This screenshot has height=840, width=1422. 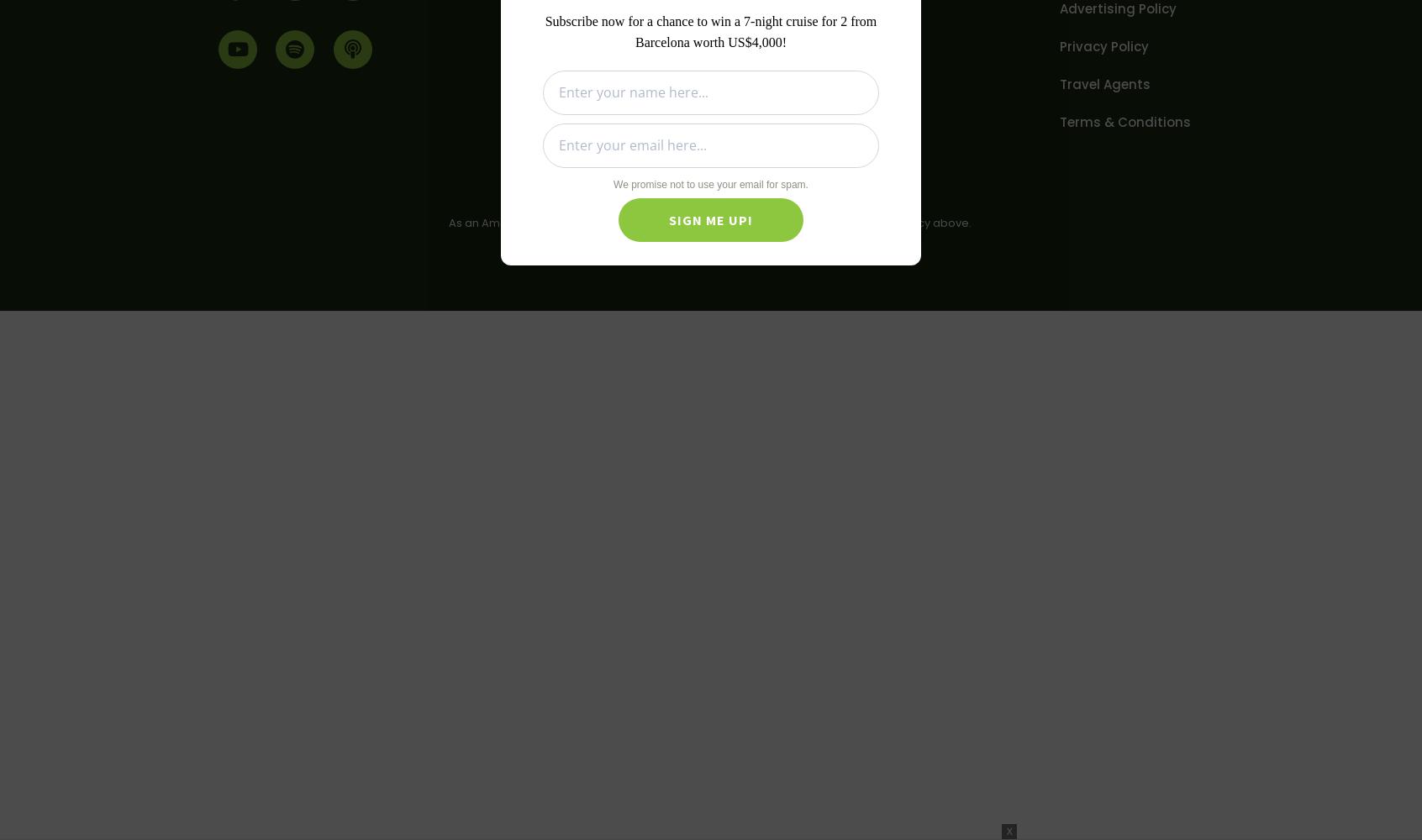 What do you see at coordinates (711, 219) in the screenshot?
I see `'Sign Me Up!'` at bounding box center [711, 219].